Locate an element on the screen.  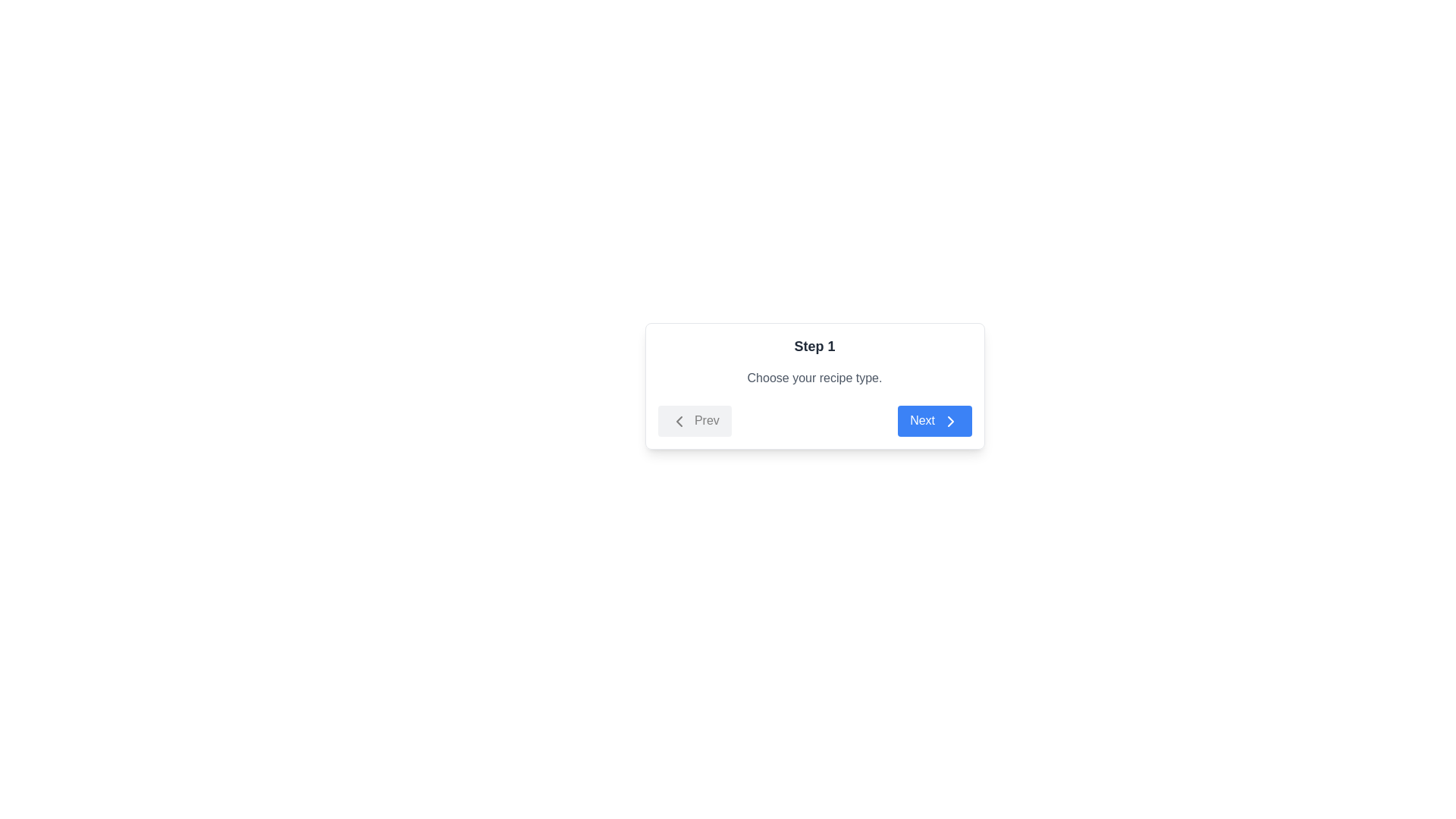
the 'Prev' button, which features a leftward-pointing chevron icon is located at coordinates (678, 421).